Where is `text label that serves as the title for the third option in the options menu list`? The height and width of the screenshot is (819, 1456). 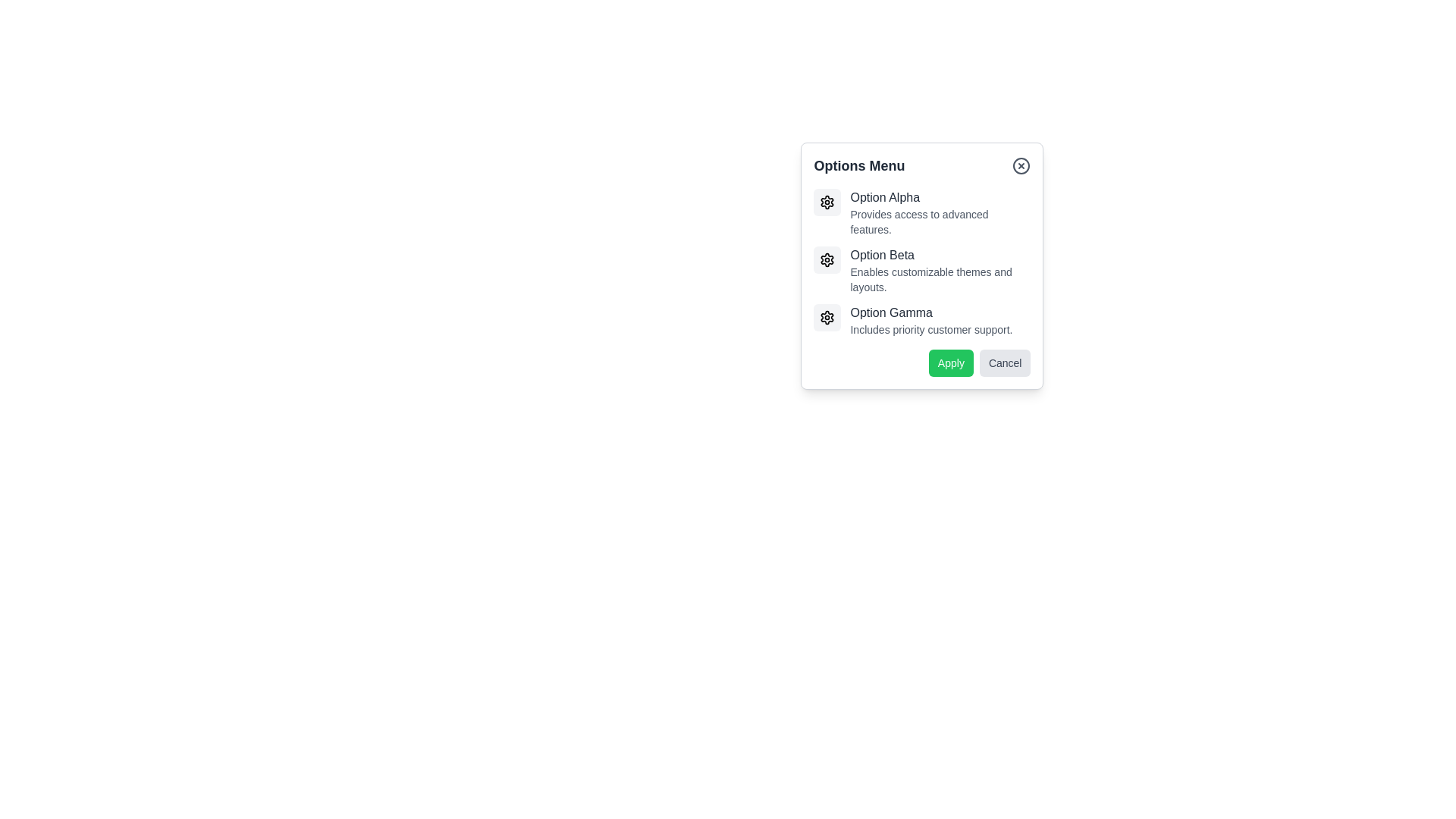 text label that serves as the title for the third option in the options menu list is located at coordinates (930, 312).